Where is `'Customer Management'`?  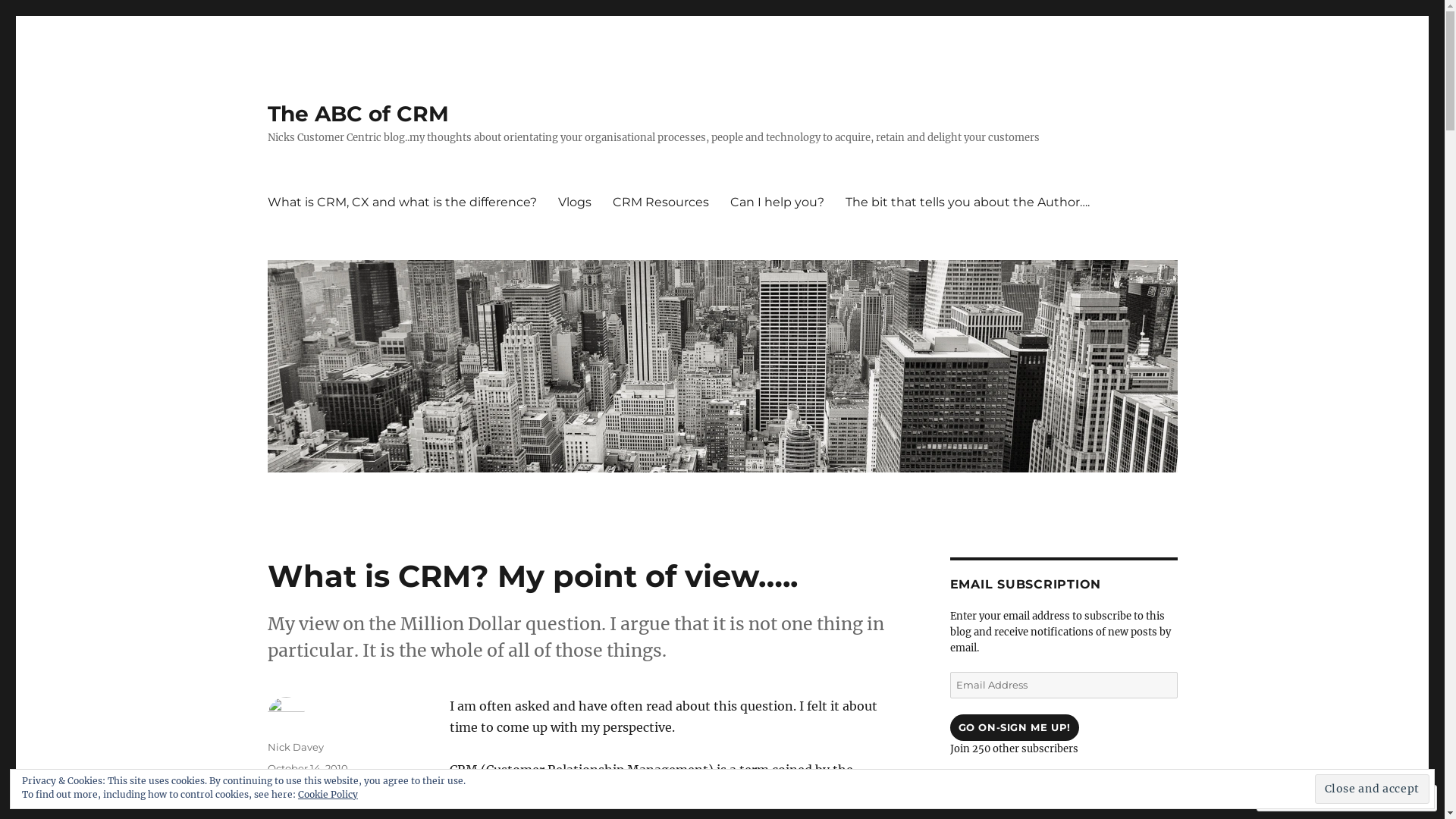 'Customer Management' is located at coordinates (325, 804).